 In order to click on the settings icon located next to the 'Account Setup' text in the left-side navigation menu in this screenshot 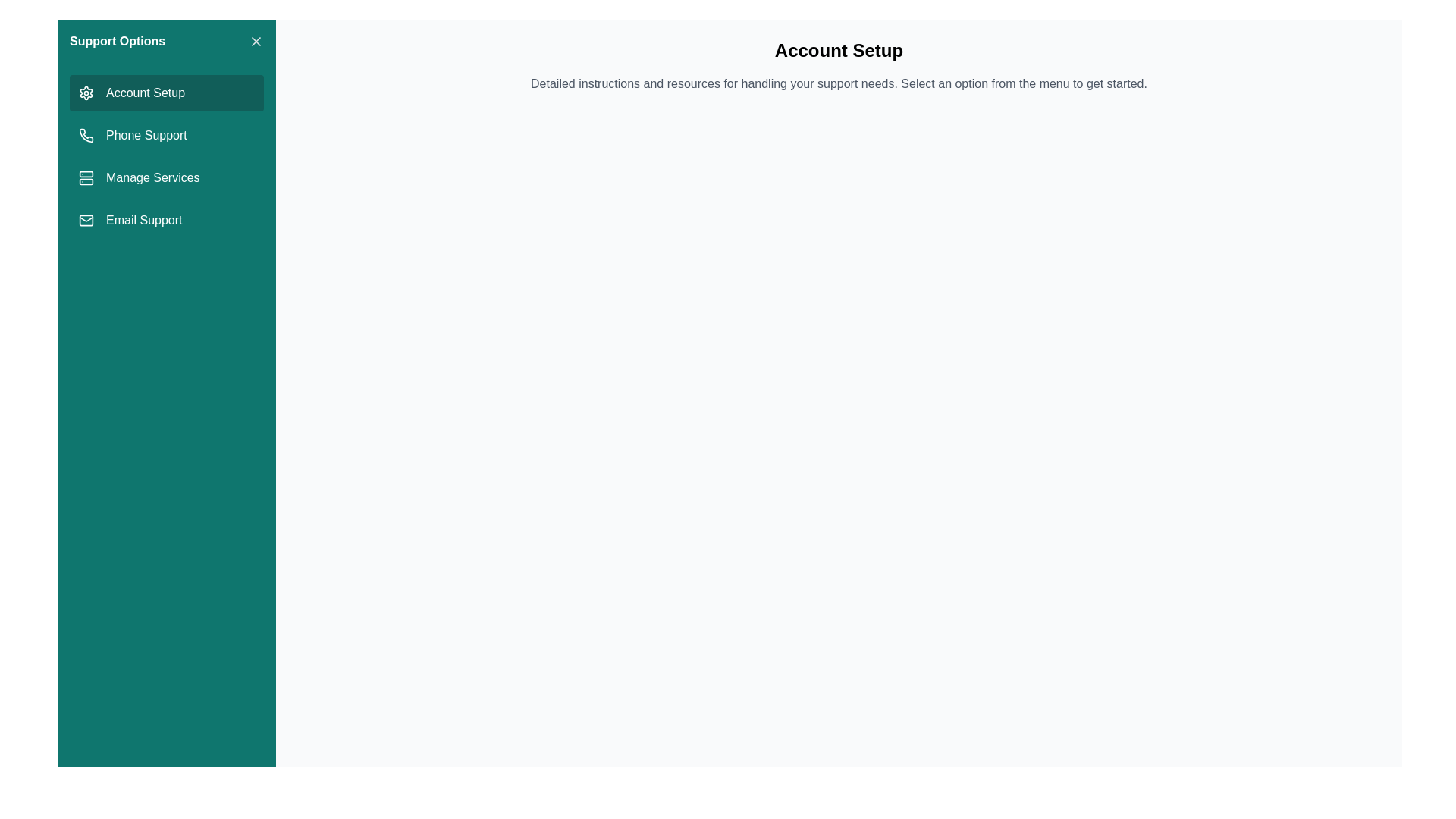, I will do `click(86, 93)`.